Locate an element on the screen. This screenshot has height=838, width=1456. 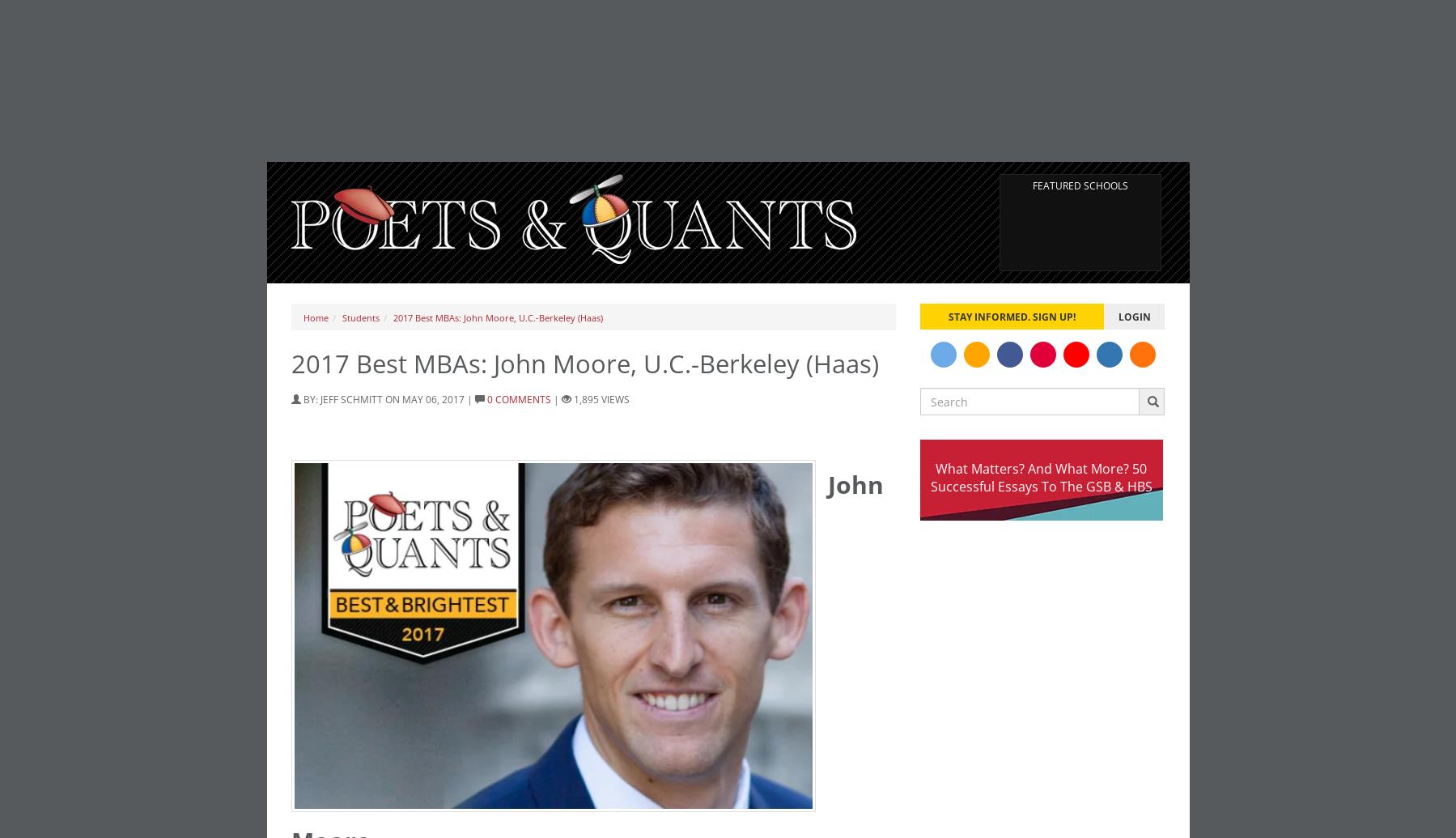
'GMAT 740, GPA 2:2 (UK Scoring)' is located at coordinates (701, 34).